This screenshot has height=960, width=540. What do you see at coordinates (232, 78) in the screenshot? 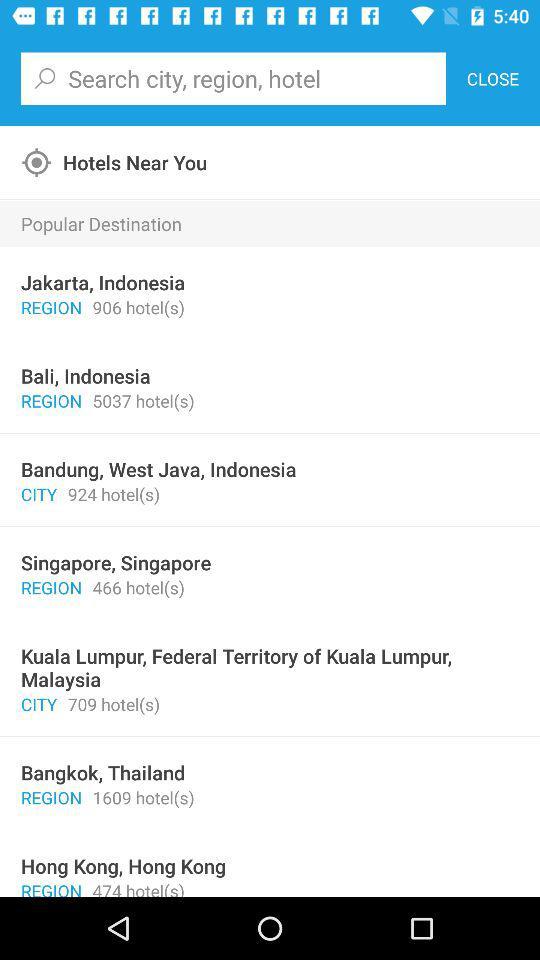
I see `the item to the left of close icon` at bounding box center [232, 78].